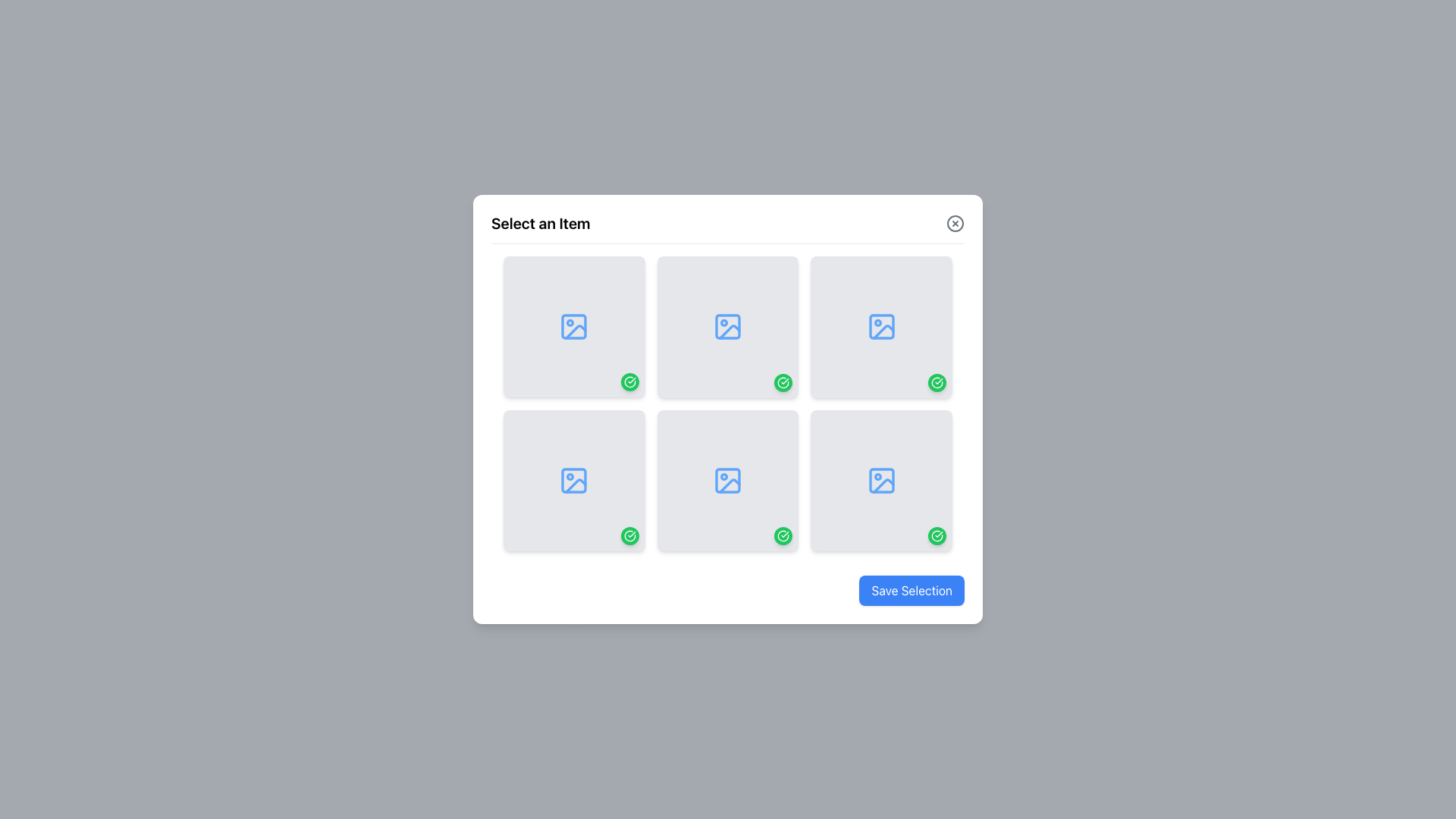 The height and width of the screenshot is (819, 1456). I want to click on the small rectangular SVG graphical component with rounded corners, styled with a blue outline, located in the second row and second column of the grid layout, so click(728, 326).